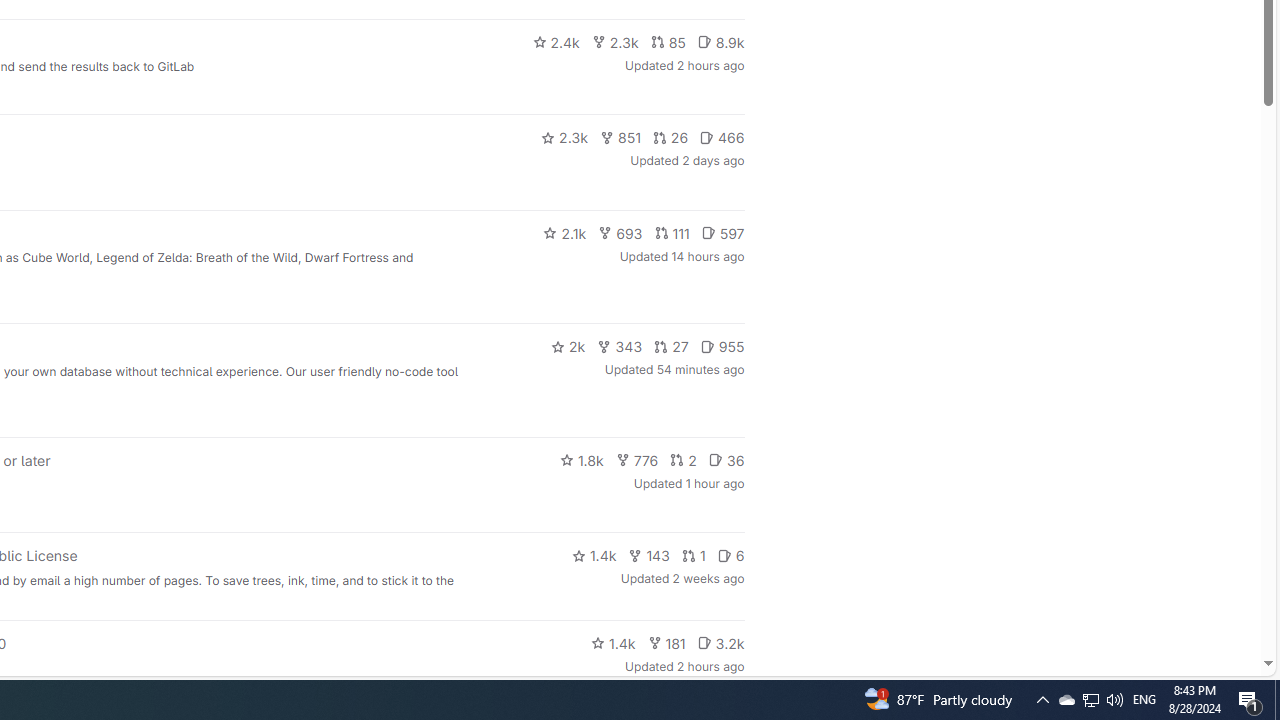  Describe the element at coordinates (725, 460) in the screenshot. I see `'36'` at that location.